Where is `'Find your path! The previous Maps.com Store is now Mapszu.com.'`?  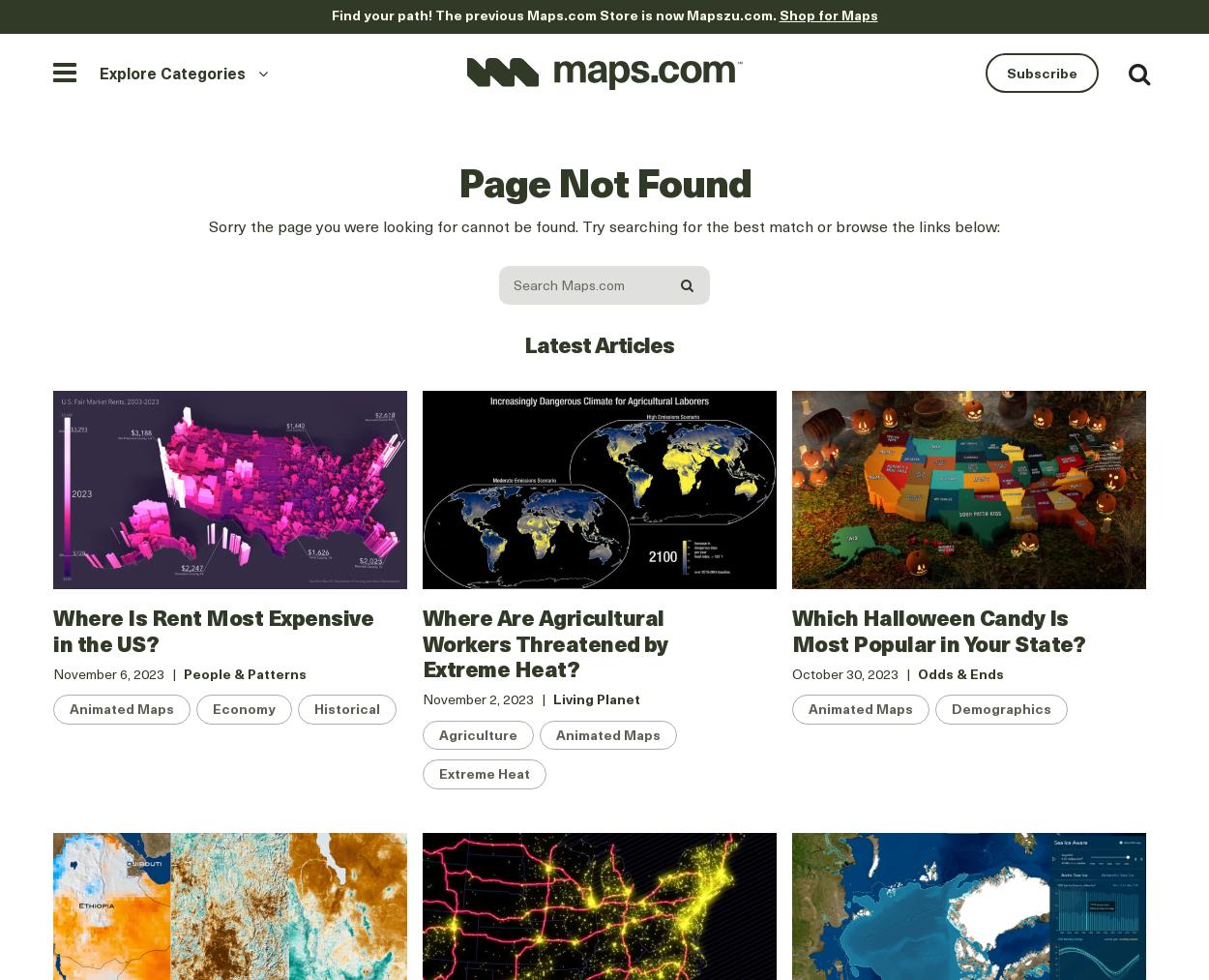
'Find your path! The previous Maps.com Store is now Mapszu.com.' is located at coordinates (553, 14).